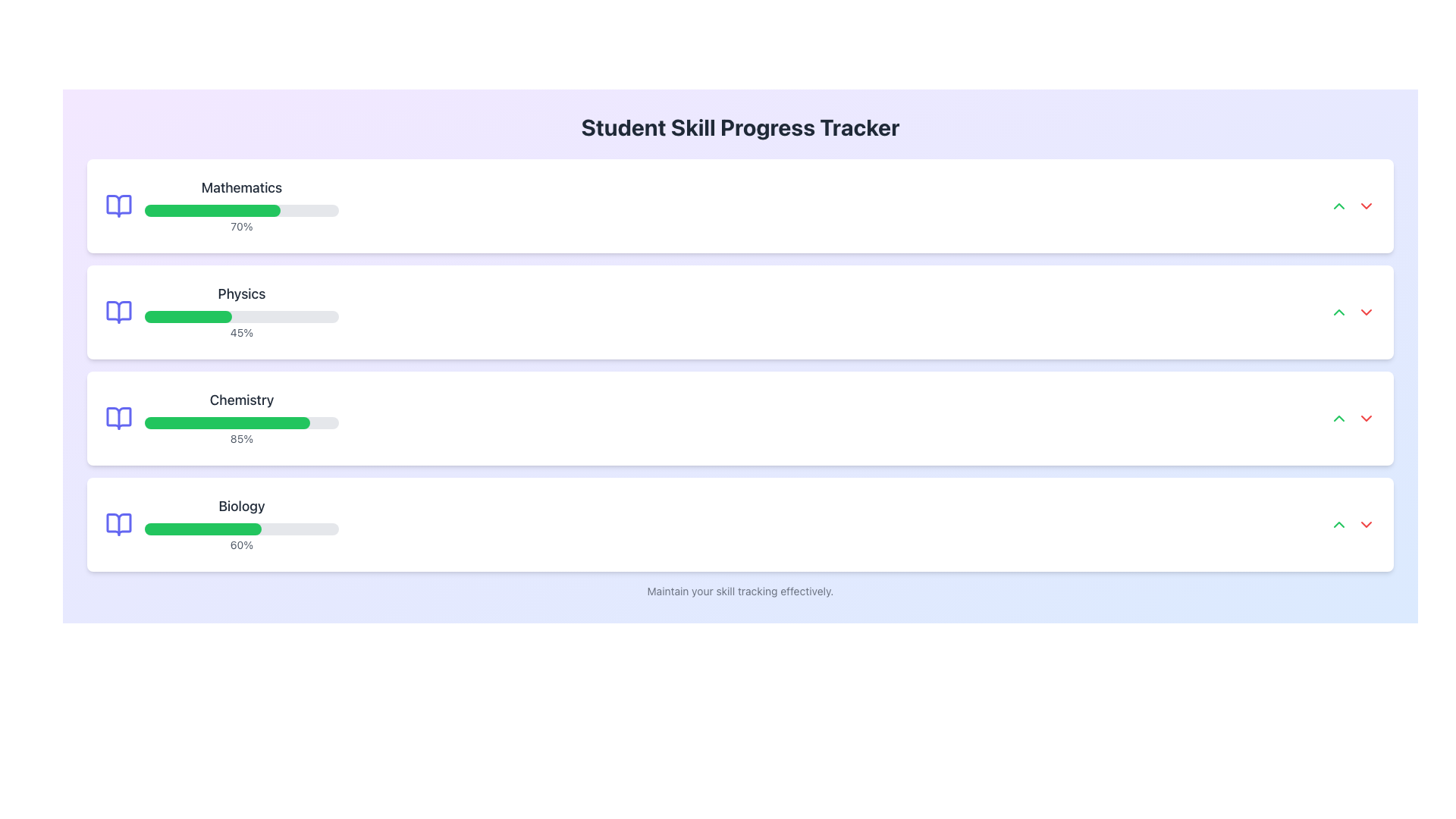  What do you see at coordinates (240, 226) in the screenshot?
I see `the '70%' text label located in the 'Mathematics' section, which is styled in gray and positioned below the green progress bar` at bounding box center [240, 226].